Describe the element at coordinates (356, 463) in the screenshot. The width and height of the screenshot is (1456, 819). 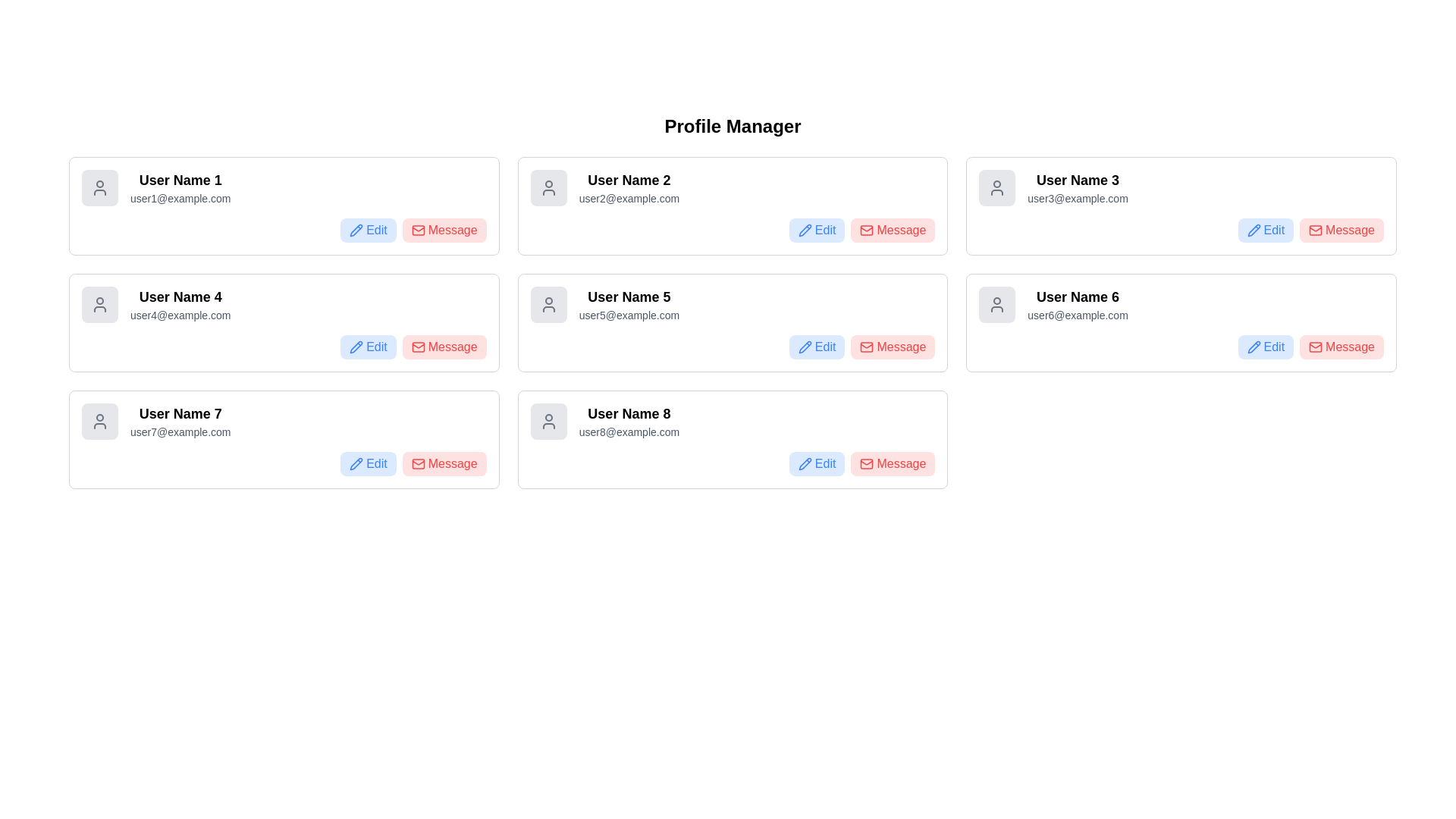
I see `the blue pencil icon located within the 'Edit' button for 'User Name 7'` at that location.